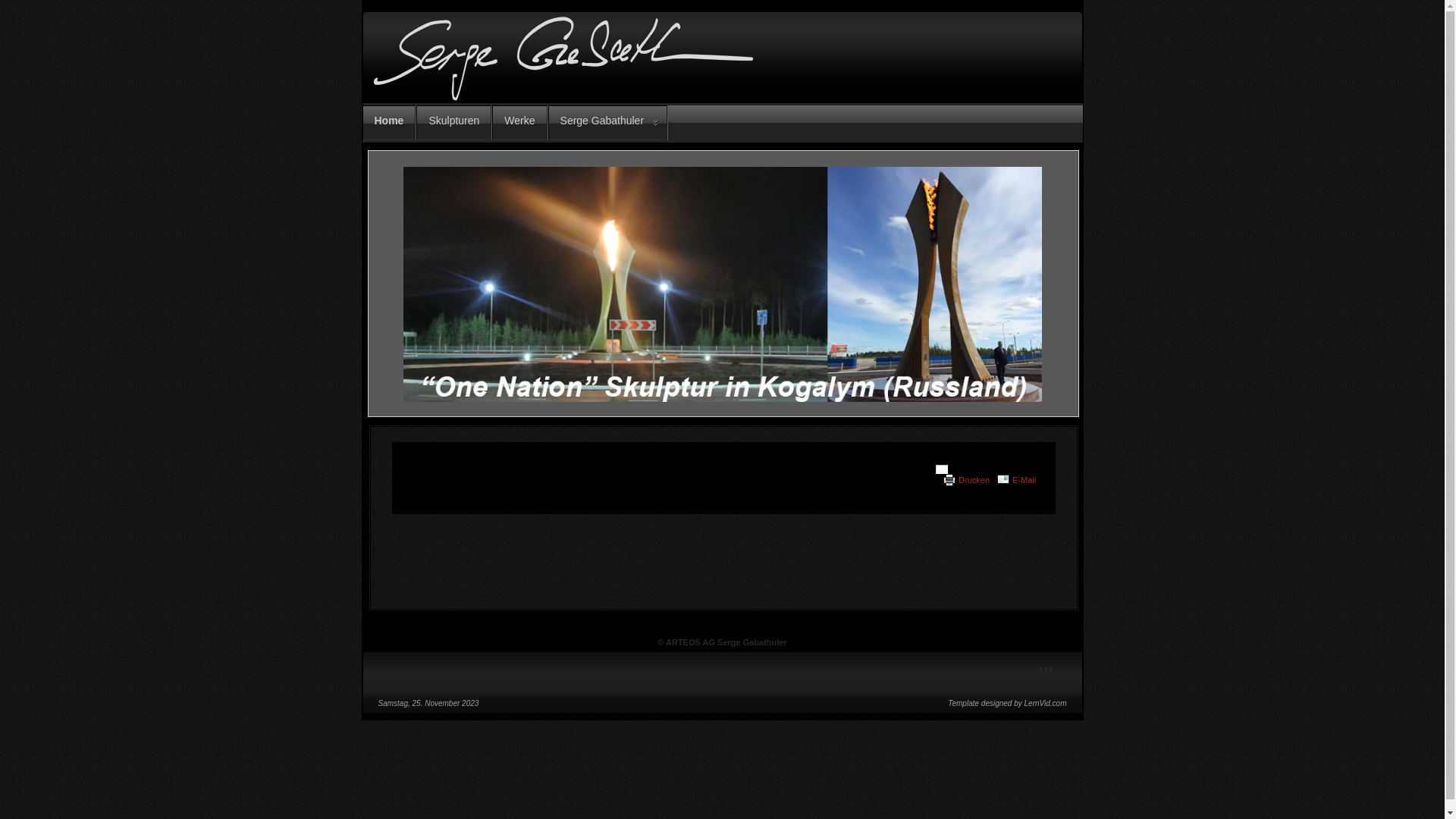 This screenshot has height=819, width=1456. I want to click on 'Werke', so click(491, 122).